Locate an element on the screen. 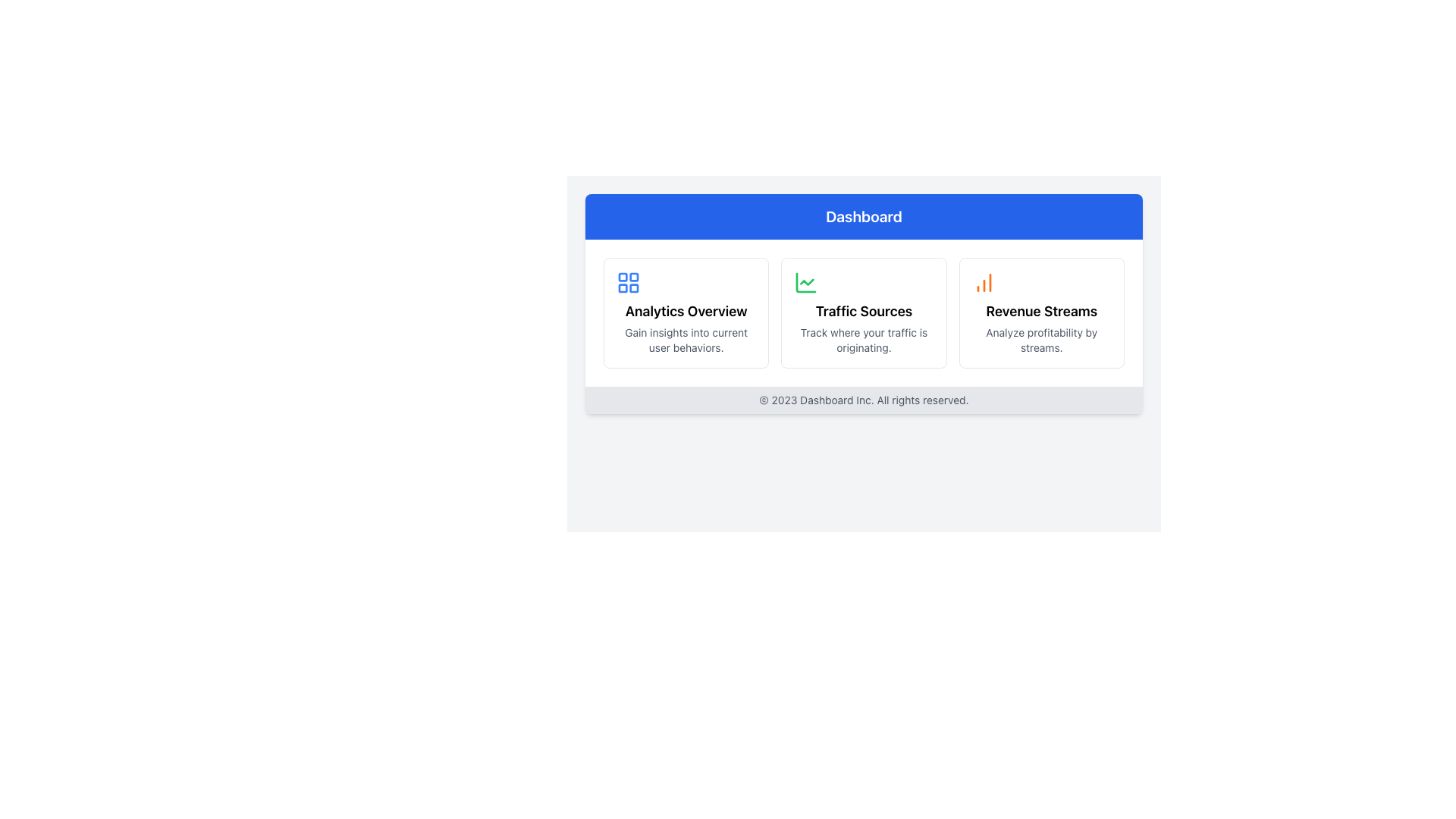 This screenshot has width=1456, height=819. the 'Analytics Overview' information card, which is the first card in a horizontal grid of three, located to the left of the 'Traffic Sources' and 'Revenue Streams' cards is located at coordinates (686, 312).